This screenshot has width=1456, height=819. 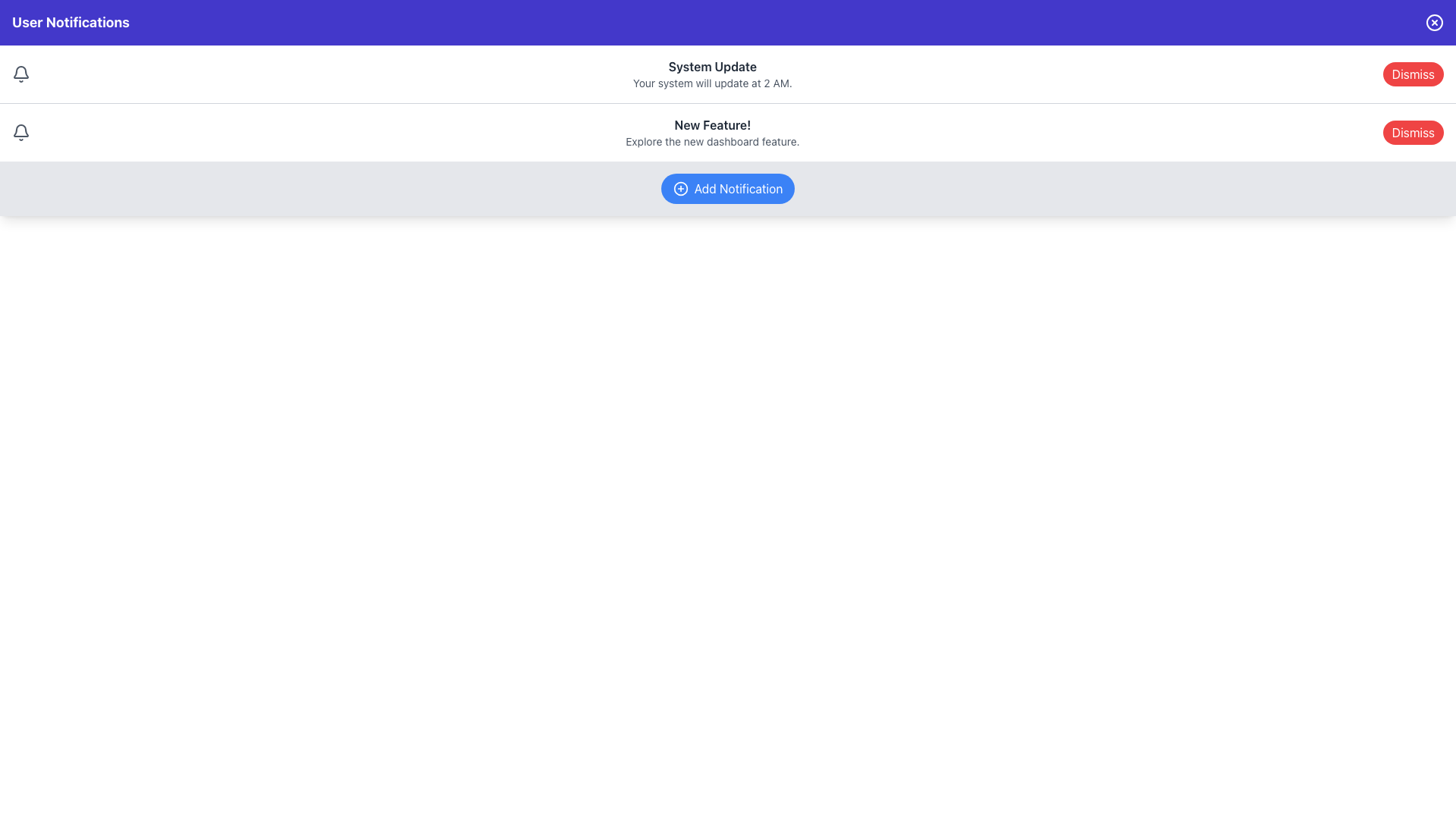 What do you see at coordinates (1412, 74) in the screenshot?
I see `the 'Dismiss' button, which is a rounded rectangular button with a red background located in the top-right region of the 'System Update' notification card` at bounding box center [1412, 74].